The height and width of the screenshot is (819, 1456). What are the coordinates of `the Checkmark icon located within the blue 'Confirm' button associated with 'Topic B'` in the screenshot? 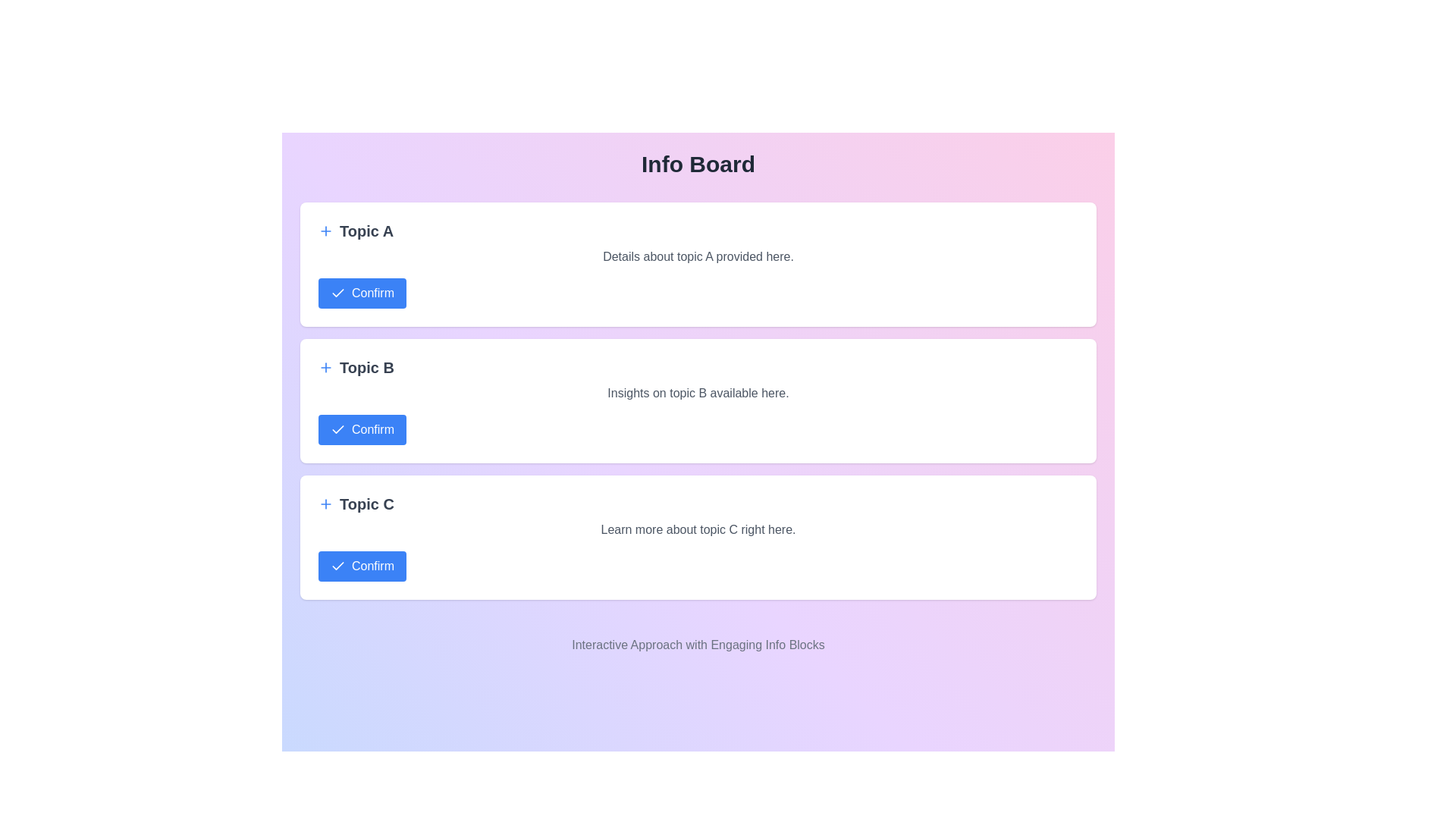 It's located at (337, 292).